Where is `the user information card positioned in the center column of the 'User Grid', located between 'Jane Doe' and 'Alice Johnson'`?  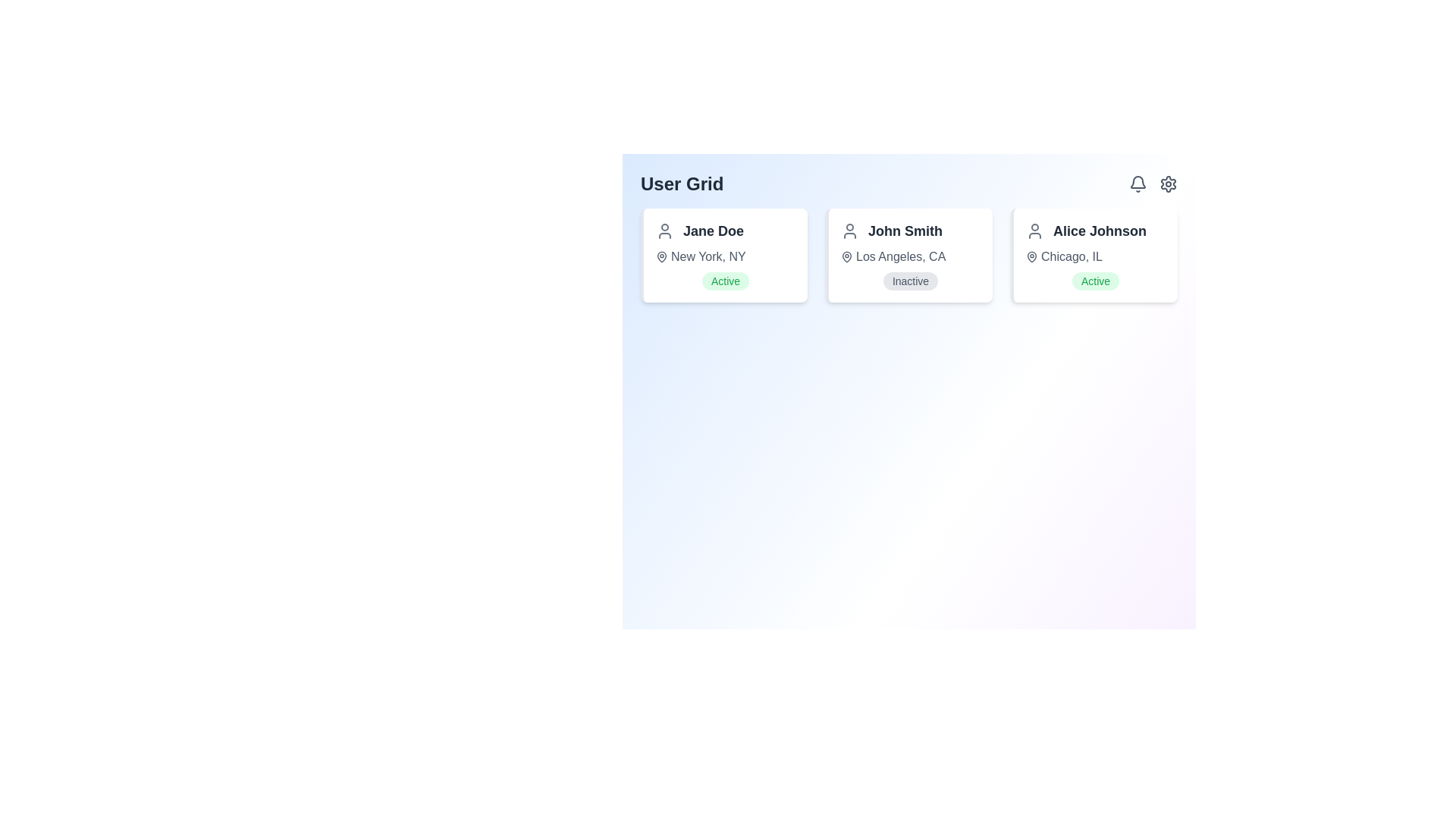 the user information card positioned in the center column of the 'User Grid', located between 'Jane Doe' and 'Alice Johnson' is located at coordinates (909, 254).